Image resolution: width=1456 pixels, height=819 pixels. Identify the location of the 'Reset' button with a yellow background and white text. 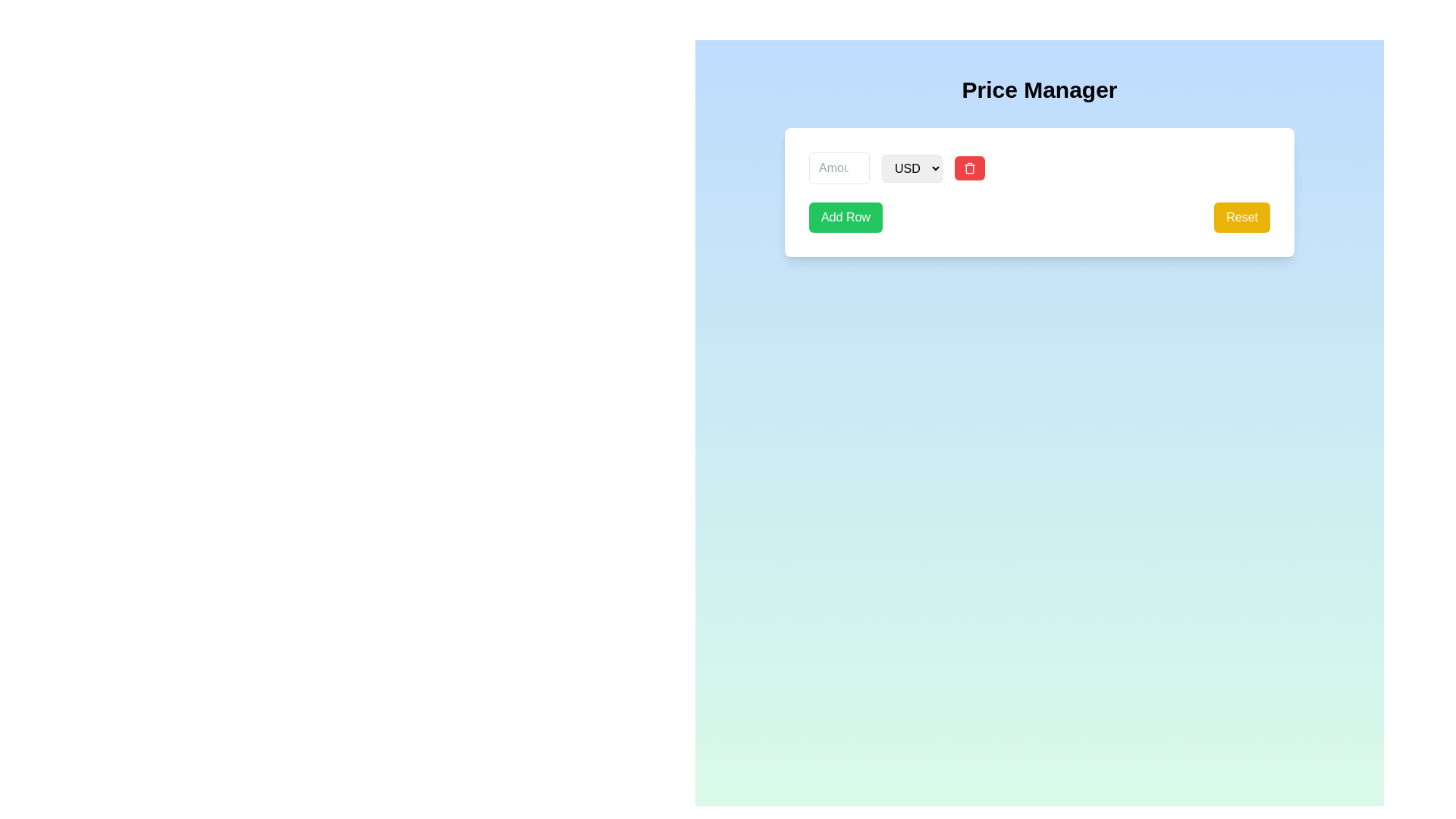
(1242, 217).